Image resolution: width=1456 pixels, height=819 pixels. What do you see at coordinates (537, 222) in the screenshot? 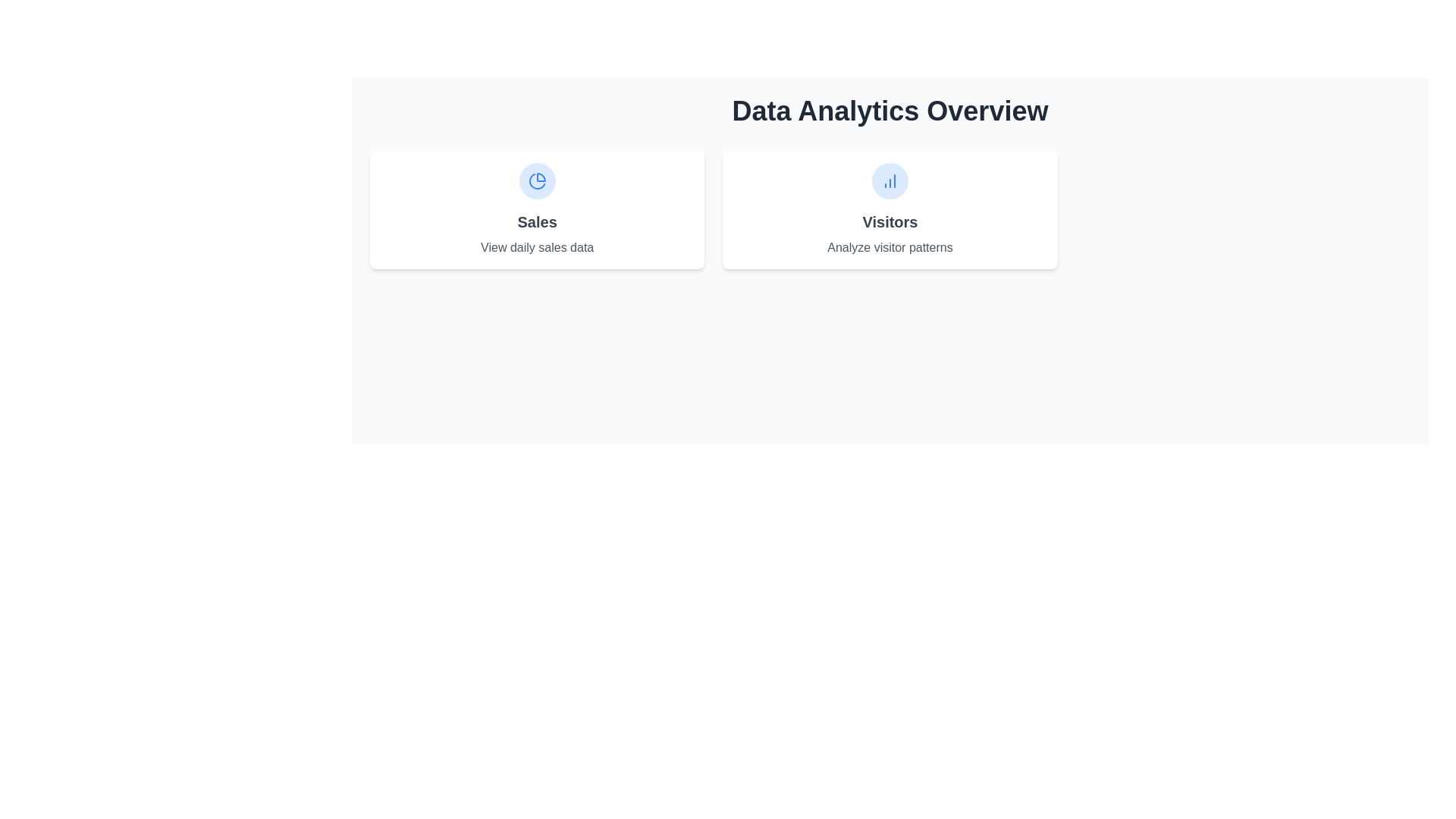
I see `the Text label or title that serves as a heading for the panel, located under the circular icon in the leftmost panel and above the description text 'View daily sales data'` at bounding box center [537, 222].